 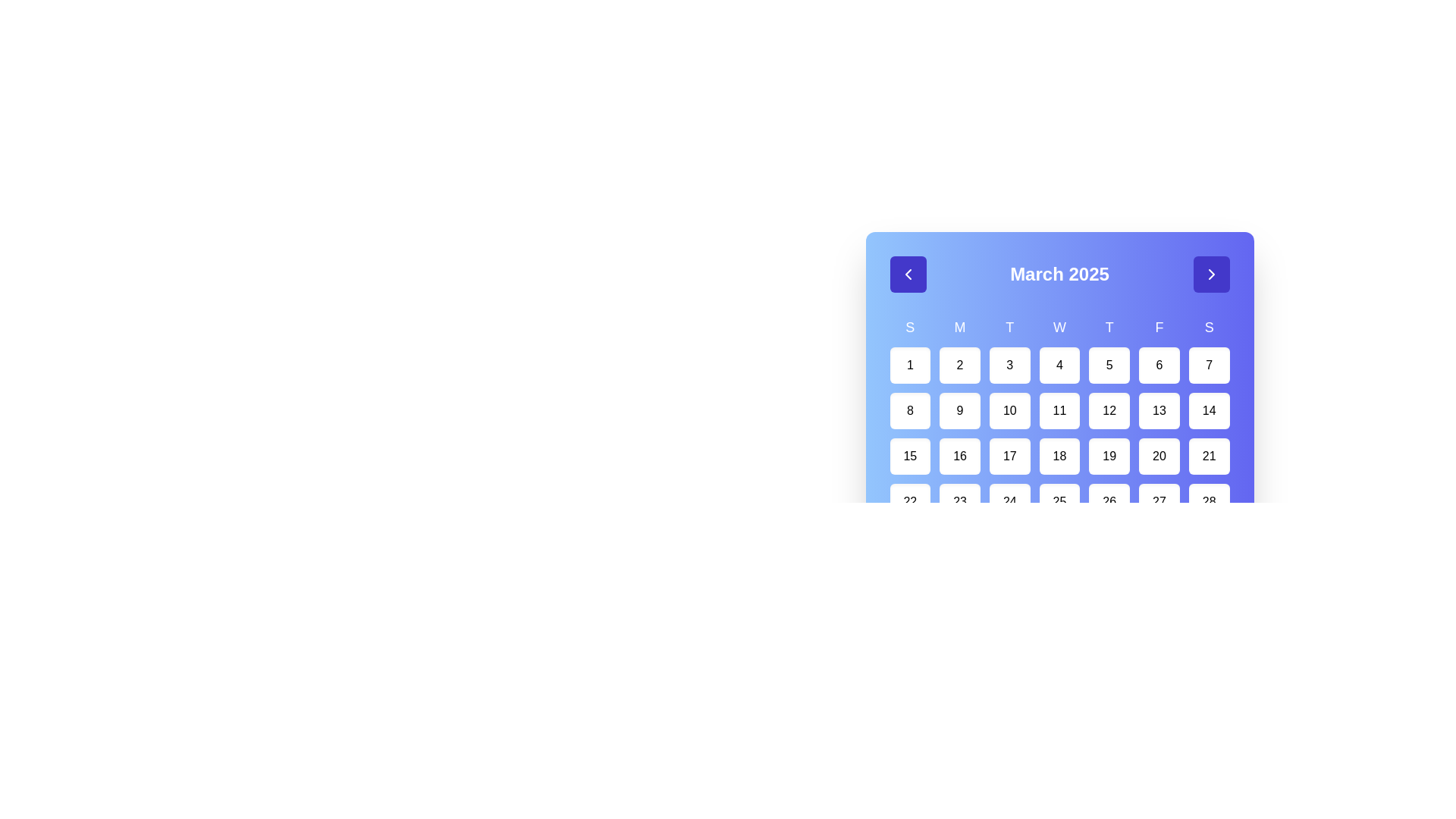 What do you see at coordinates (1158, 411) in the screenshot?
I see `the date cell displaying the number '13' in the calendar grid` at bounding box center [1158, 411].